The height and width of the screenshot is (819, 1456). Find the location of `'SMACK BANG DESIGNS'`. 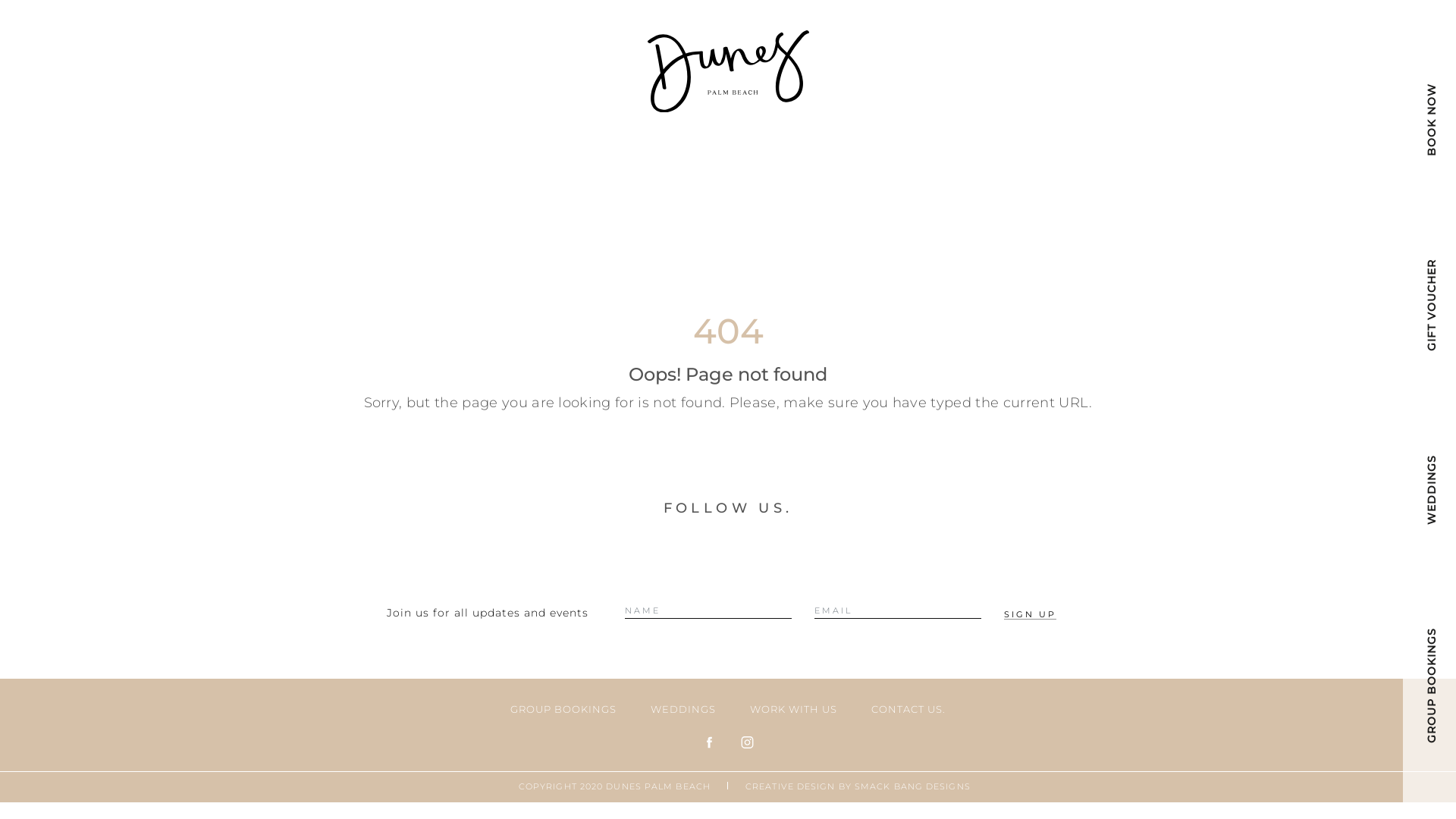

'SMACK BANG DESIGNS' is located at coordinates (855, 786).